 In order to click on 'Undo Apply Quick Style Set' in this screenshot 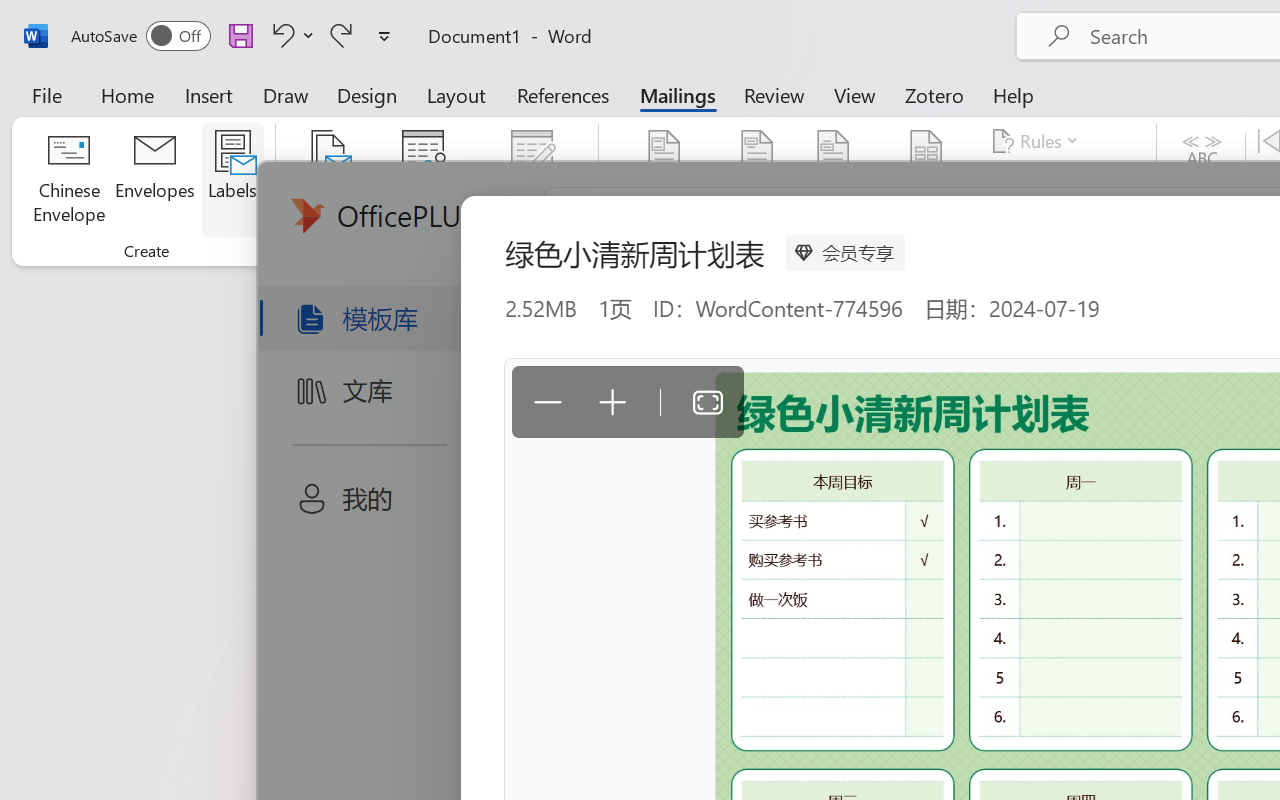, I will do `click(289, 34)`.